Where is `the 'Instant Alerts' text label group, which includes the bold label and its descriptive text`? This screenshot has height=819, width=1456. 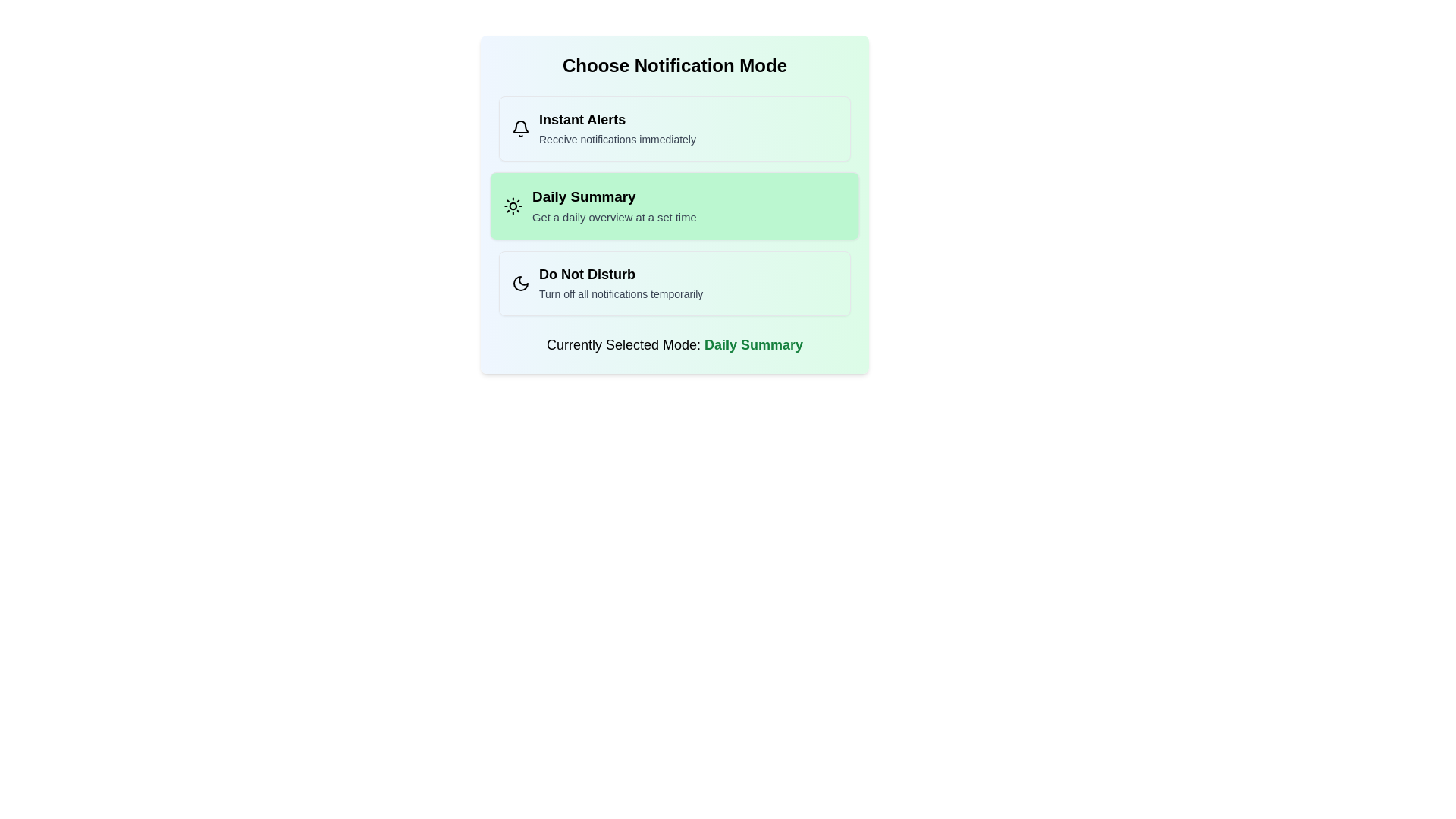 the 'Instant Alerts' text label group, which includes the bold label and its descriptive text is located at coordinates (617, 127).